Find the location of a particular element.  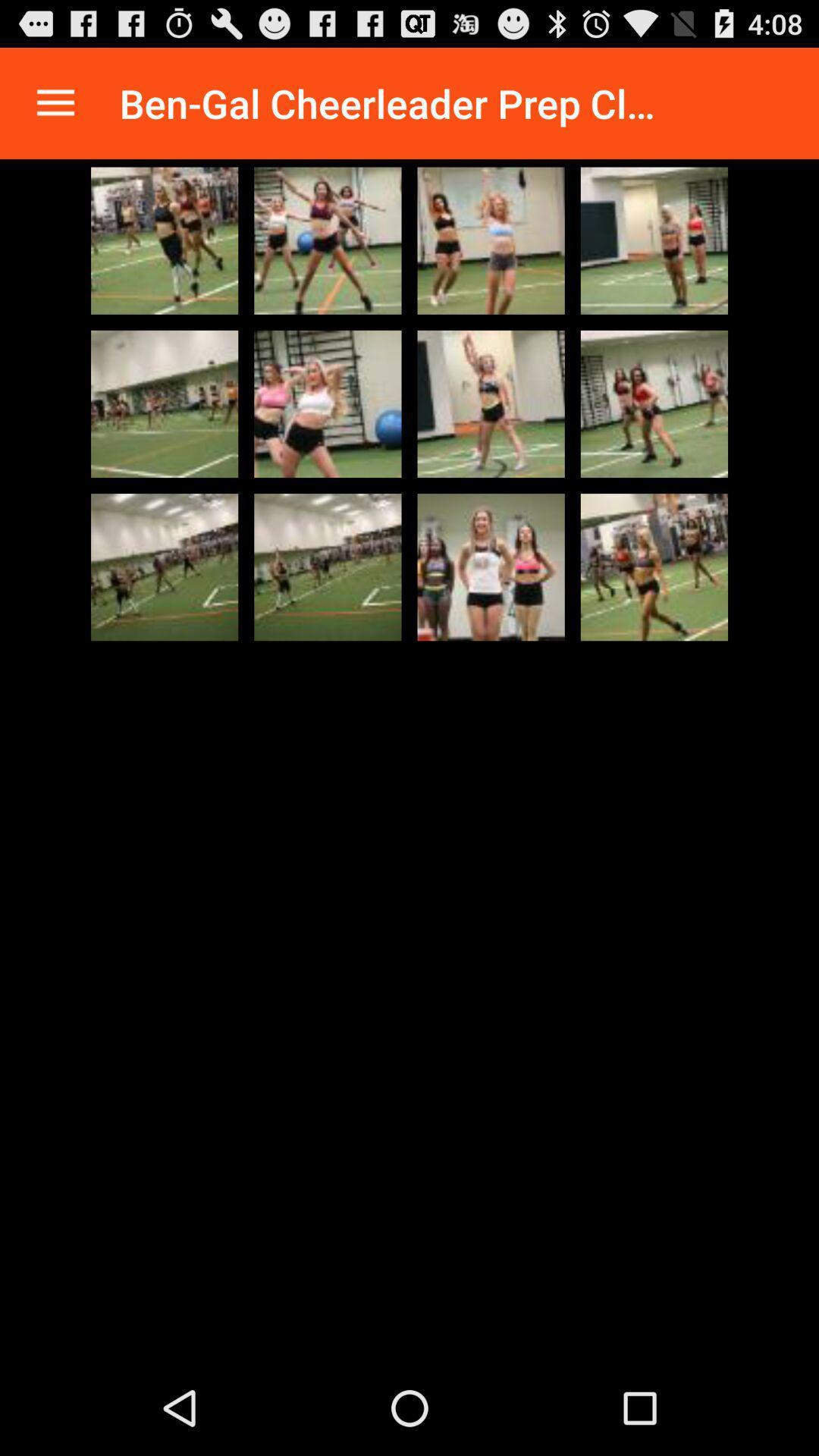

photo thumbnail is located at coordinates (165, 403).